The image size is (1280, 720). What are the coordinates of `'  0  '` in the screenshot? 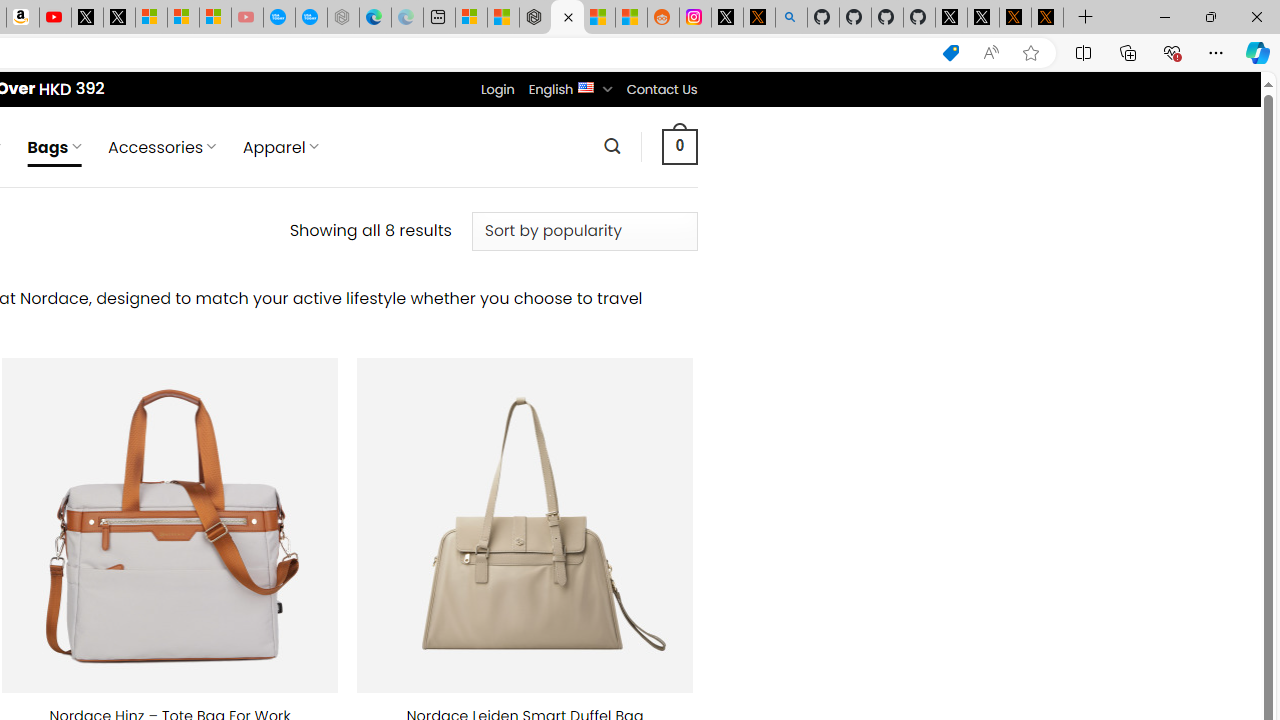 It's located at (679, 145).